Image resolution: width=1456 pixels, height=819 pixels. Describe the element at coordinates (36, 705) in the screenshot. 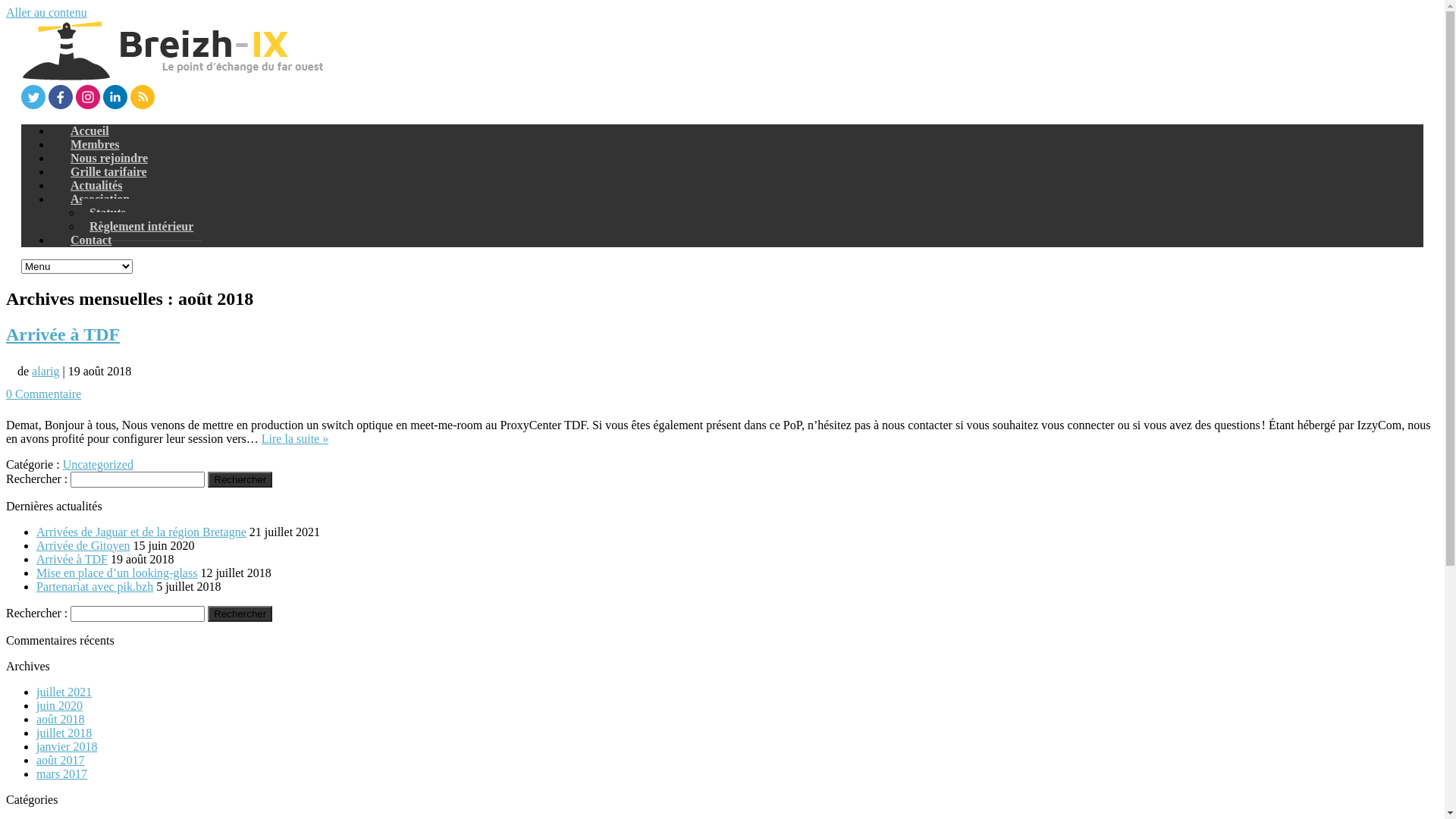

I see `'juin 2020'` at that location.